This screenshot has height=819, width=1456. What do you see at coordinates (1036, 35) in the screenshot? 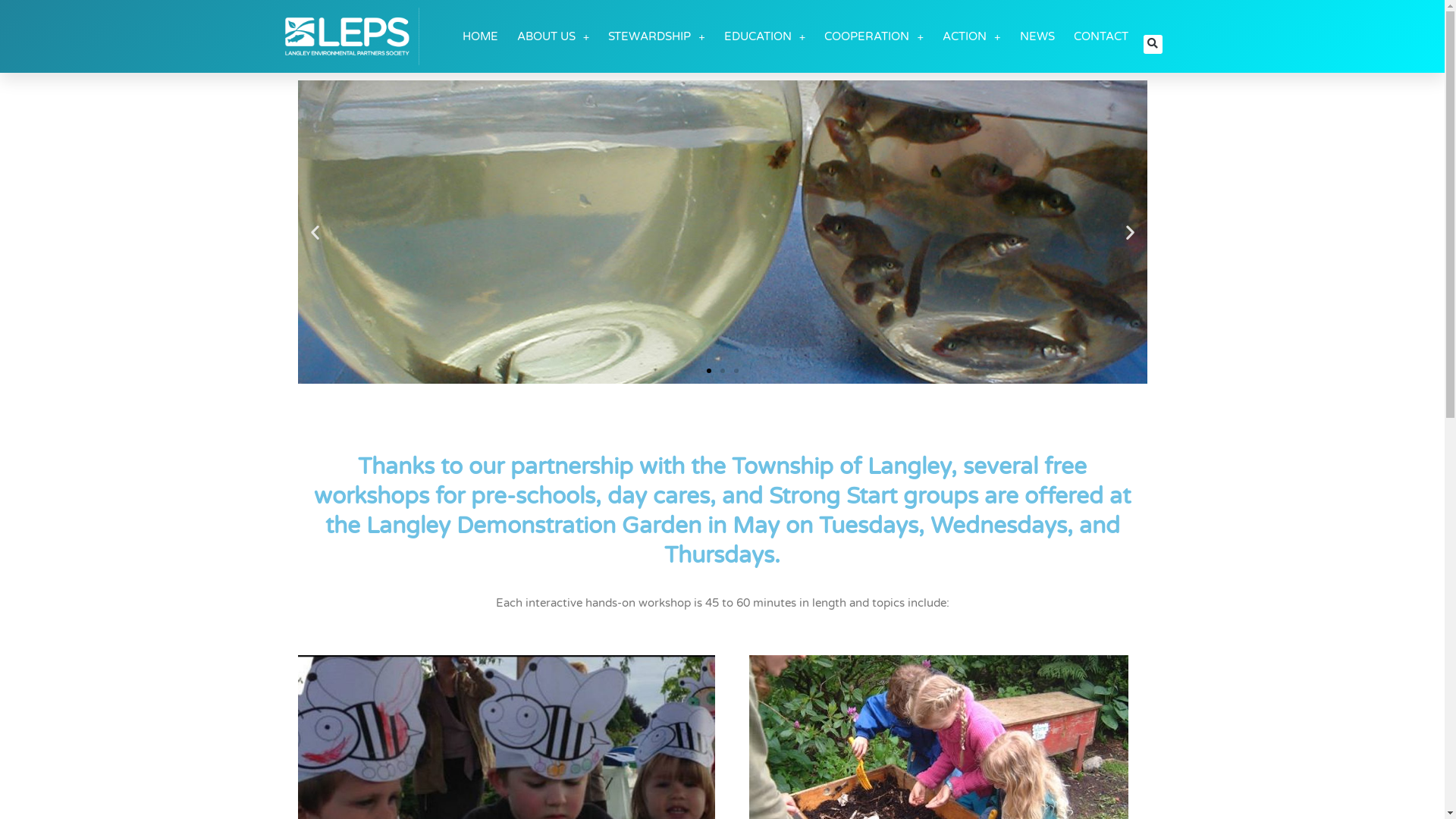
I see `'NEWS'` at bounding box center [1036, 35].